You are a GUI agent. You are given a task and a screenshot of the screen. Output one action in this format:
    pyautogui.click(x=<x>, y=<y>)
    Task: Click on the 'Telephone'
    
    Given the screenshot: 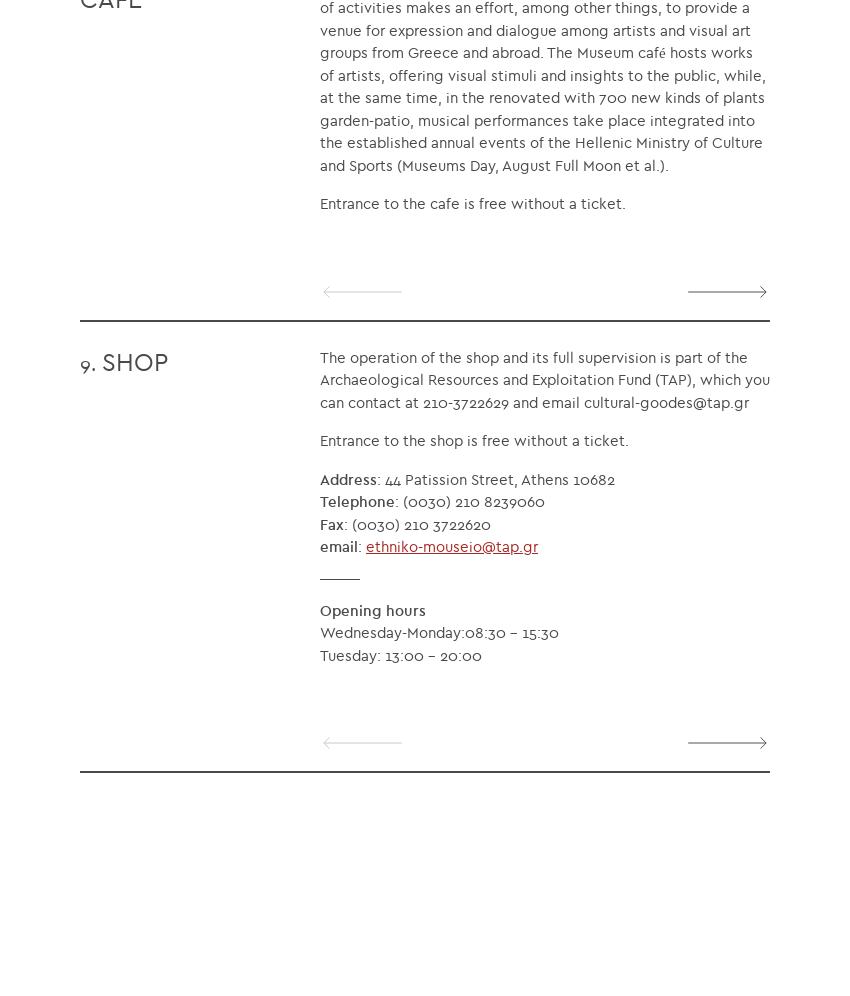 What is the action you would take?
    pyautogui.click(x=356, y=501)
    